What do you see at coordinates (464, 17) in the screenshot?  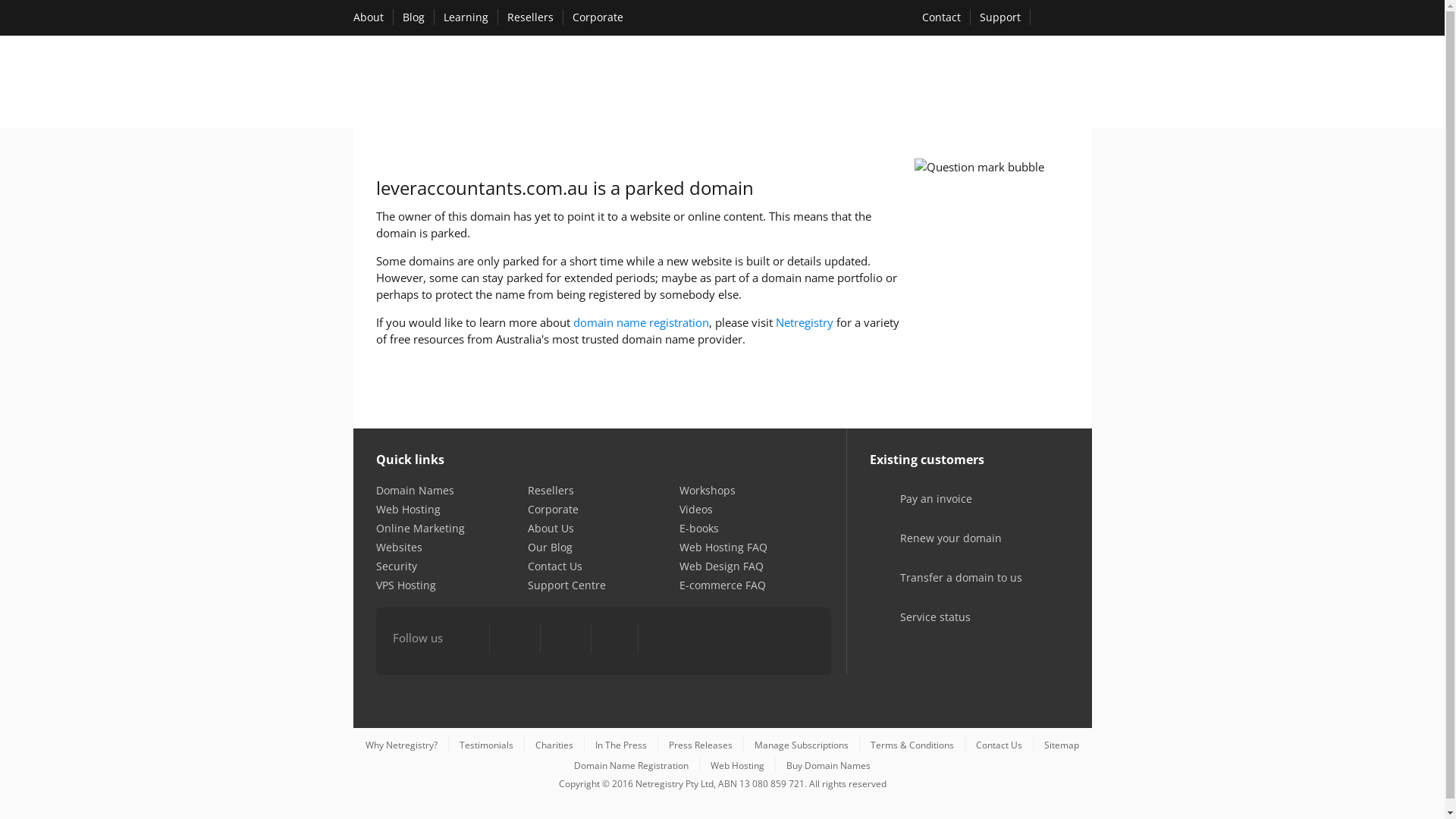 I see `'Learning'` at bounding box center [464, 17].